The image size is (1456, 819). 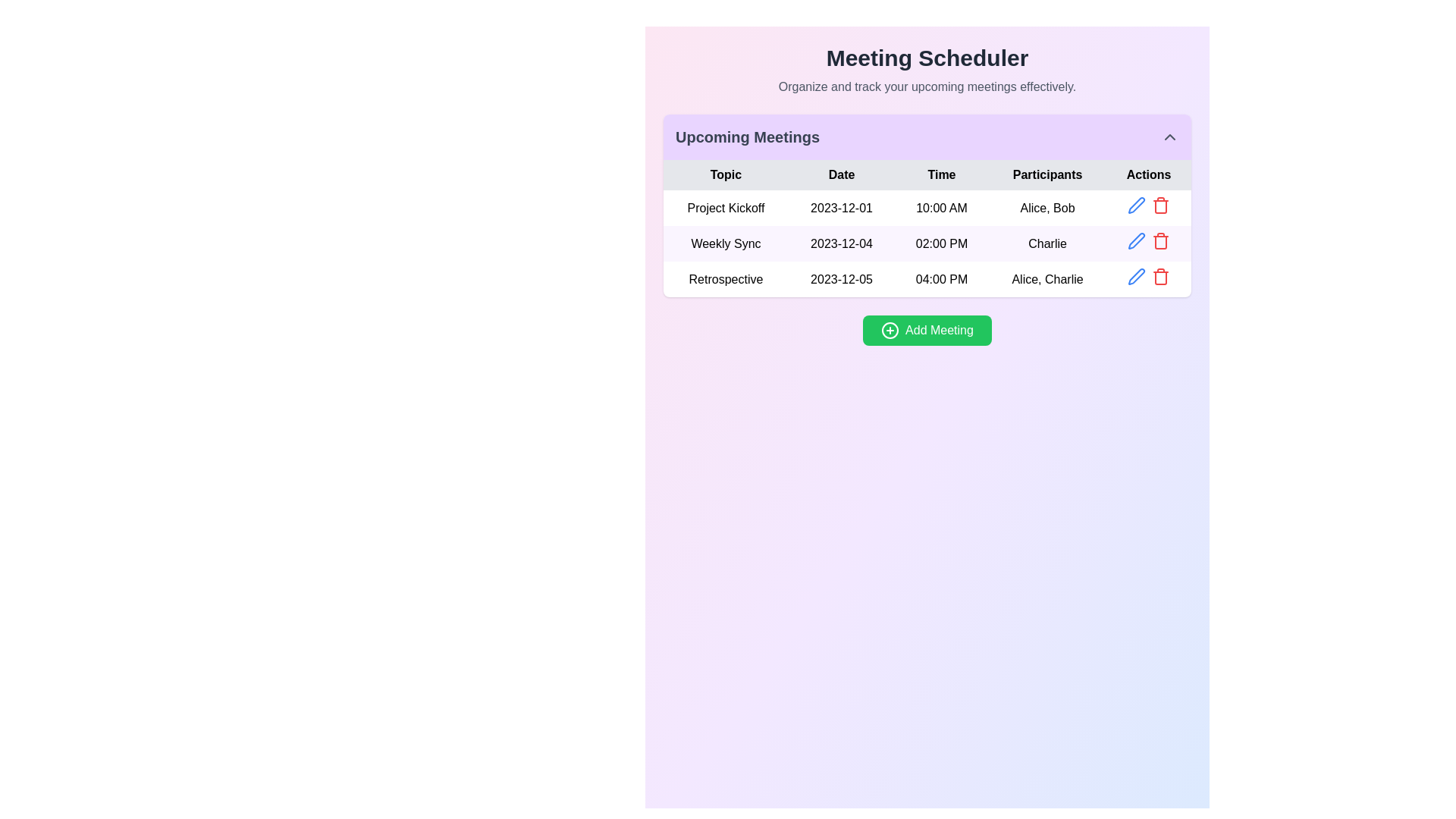 What do you see at coordinates (725, 279) in the screenshot?
I see `the static text element labeled 'Retrospective' in the 'Upcoming Meetings' table, located in the first column of the third row` at bounding box center [725, 279].